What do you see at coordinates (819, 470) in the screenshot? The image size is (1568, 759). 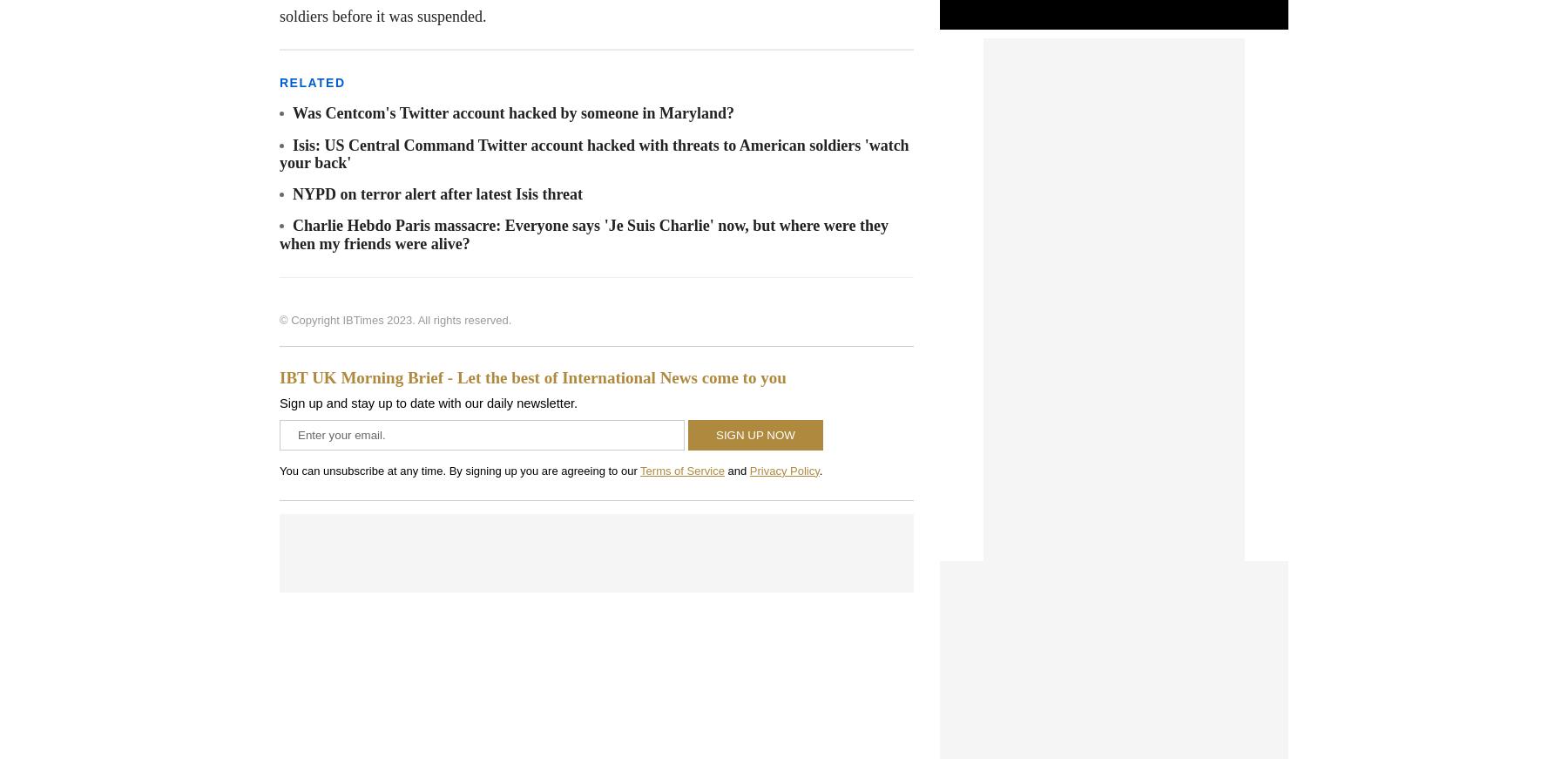 I see `'.'` at bounding box center [819, 470].